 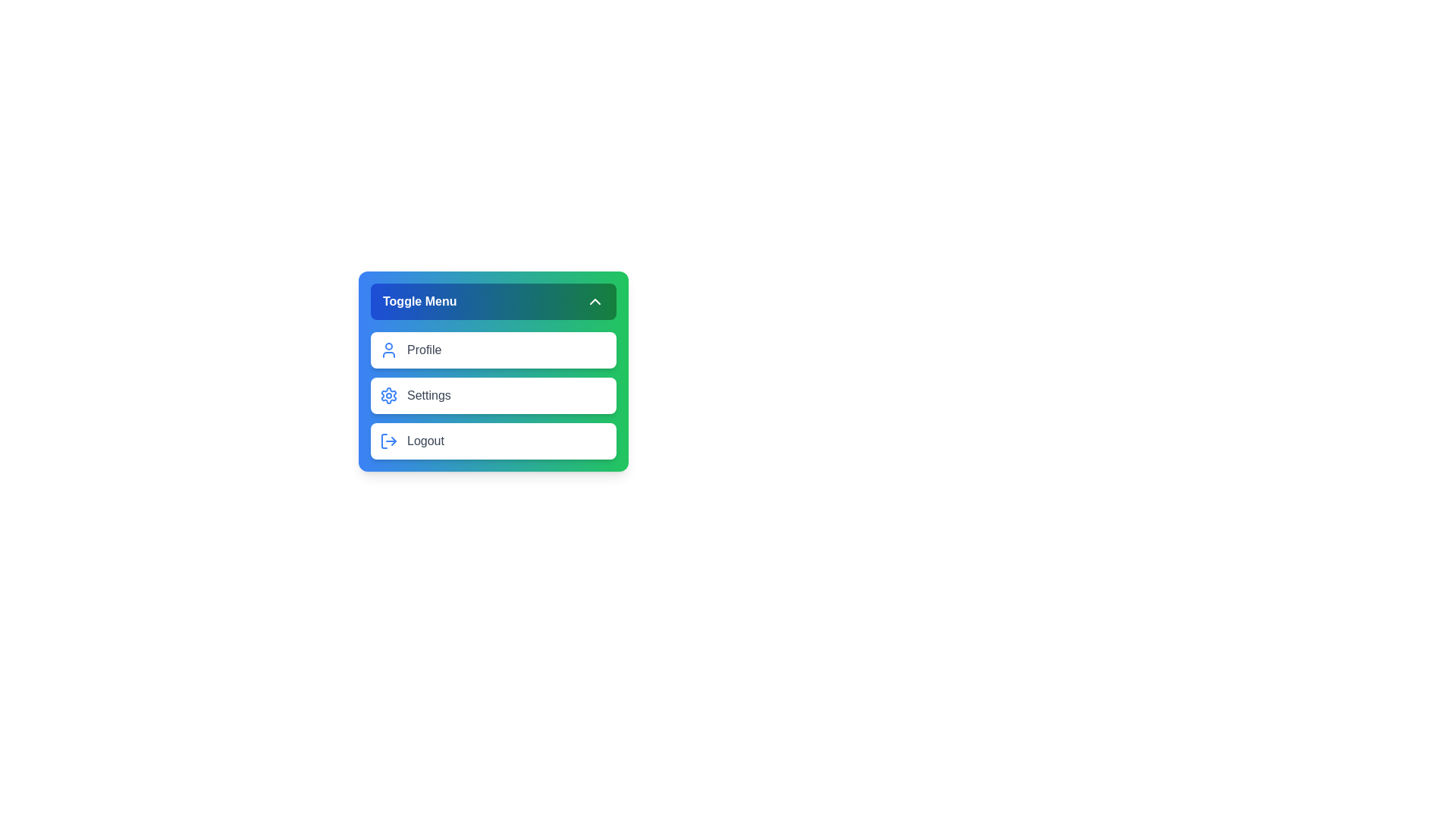 What do you see at coordinates (494, 441) in the screenshot?
I see `the menu item Logout to view its hover effects` at bounding box center [494, 441].